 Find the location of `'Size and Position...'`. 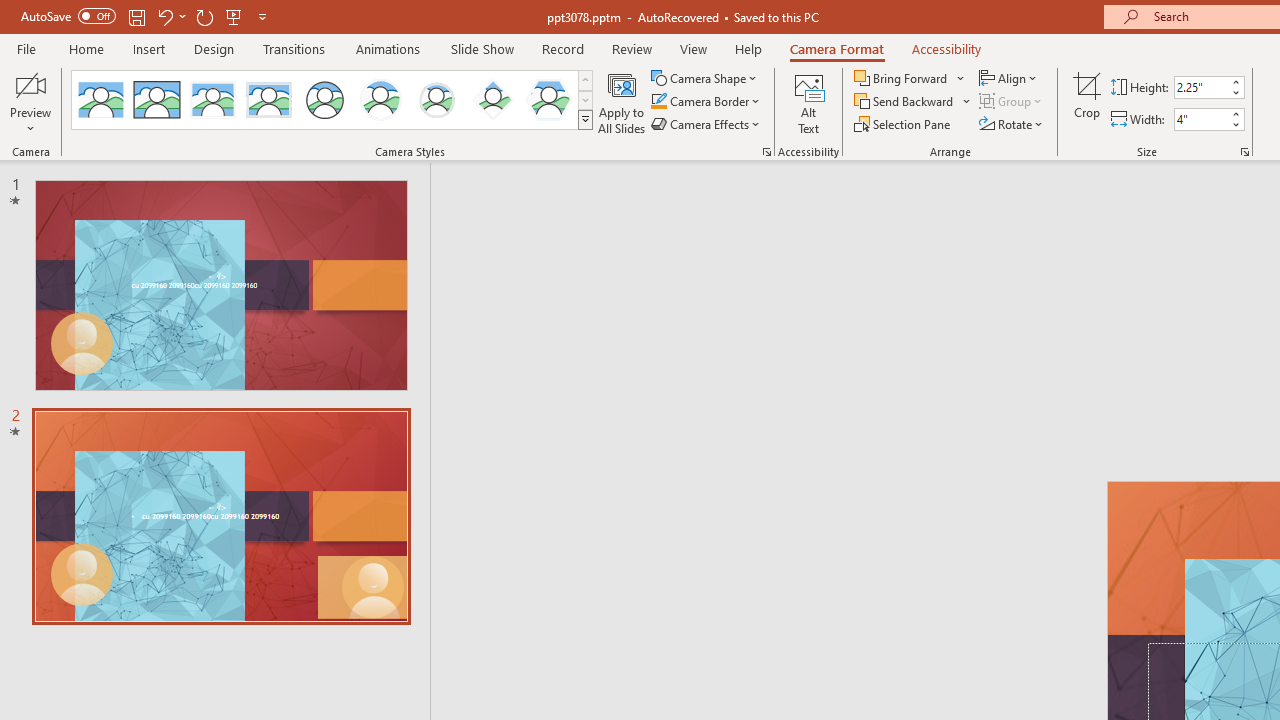

'Size and Position...' is located at coordinates (1243, 150).